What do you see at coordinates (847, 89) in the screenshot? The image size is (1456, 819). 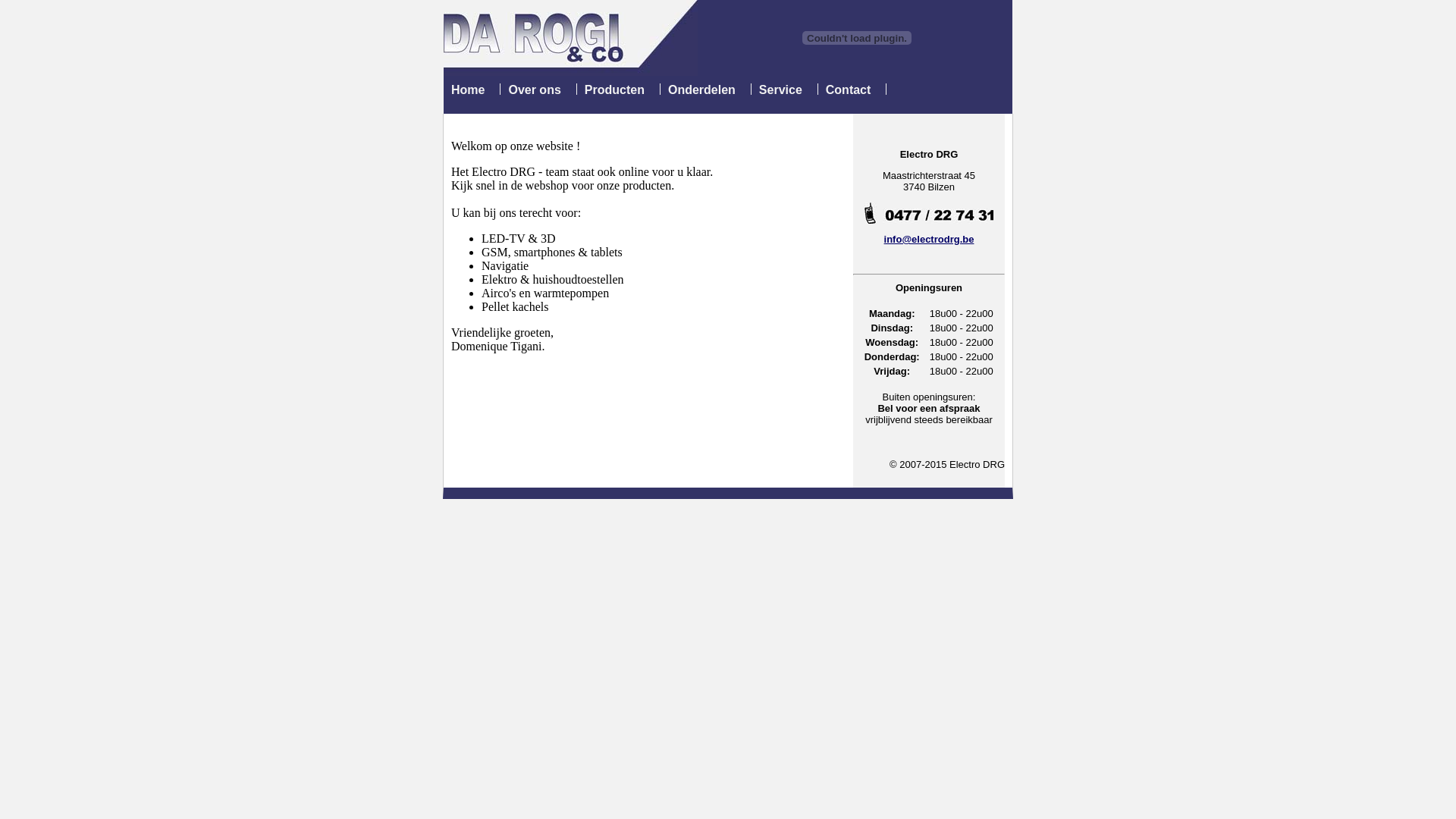 I see `'Contact'` at bounding box center [847, 89].